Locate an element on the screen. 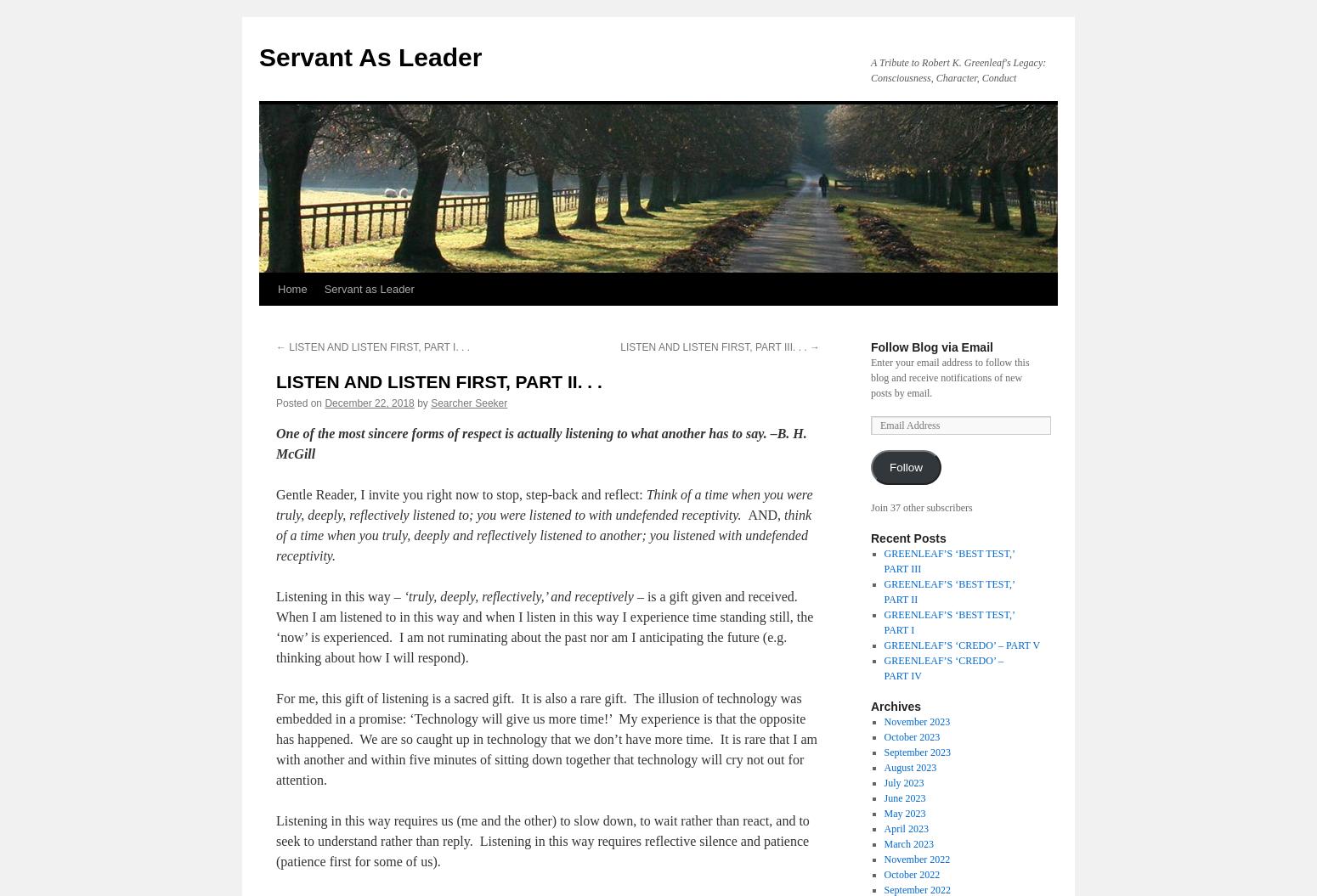 The image size is (1317, 896). '– is a gift given and received.  When I am listened to in this way and when I listen in this way I experience time standing still, the ‘now’ is experienced.  I am not ruminating about the past nor am I anticipating the future (e.g. thinking about how I will respond).' is located at coordinates (543, 627).